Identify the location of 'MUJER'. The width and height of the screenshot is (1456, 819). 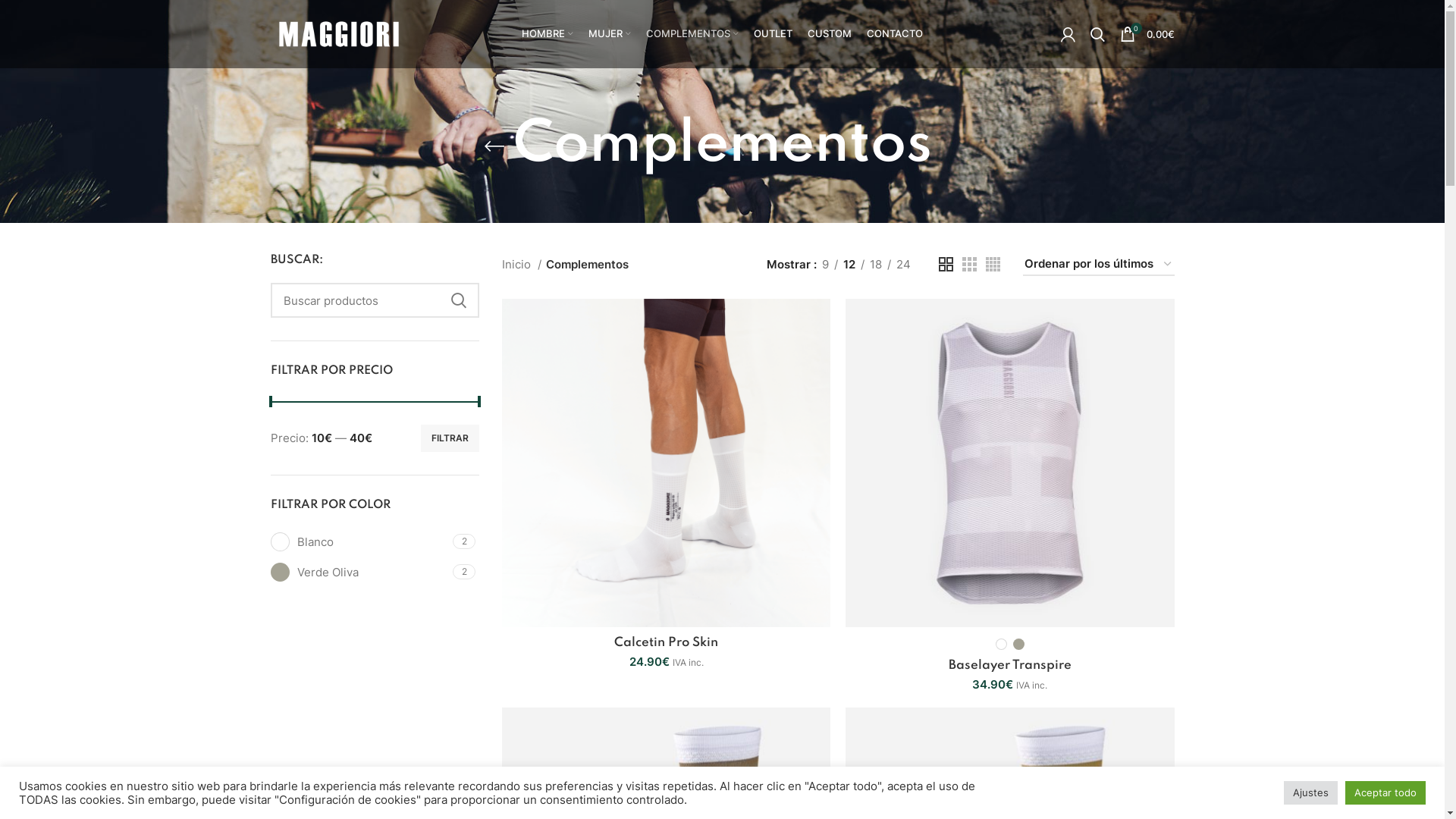
(610, 34).